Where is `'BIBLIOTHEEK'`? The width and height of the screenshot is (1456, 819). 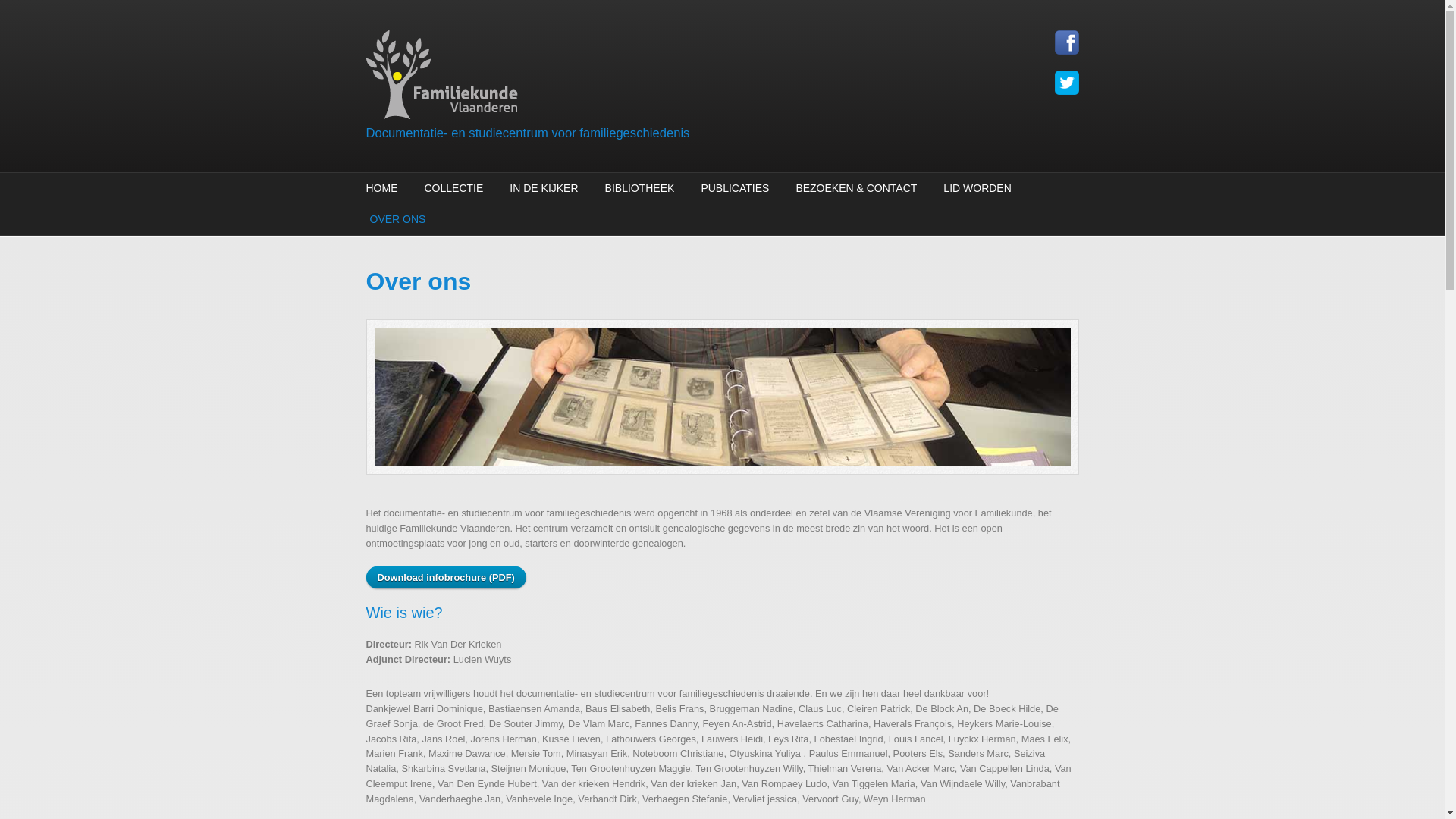 'BIBLIOTHEEK' is located at coordinates (640, 187).